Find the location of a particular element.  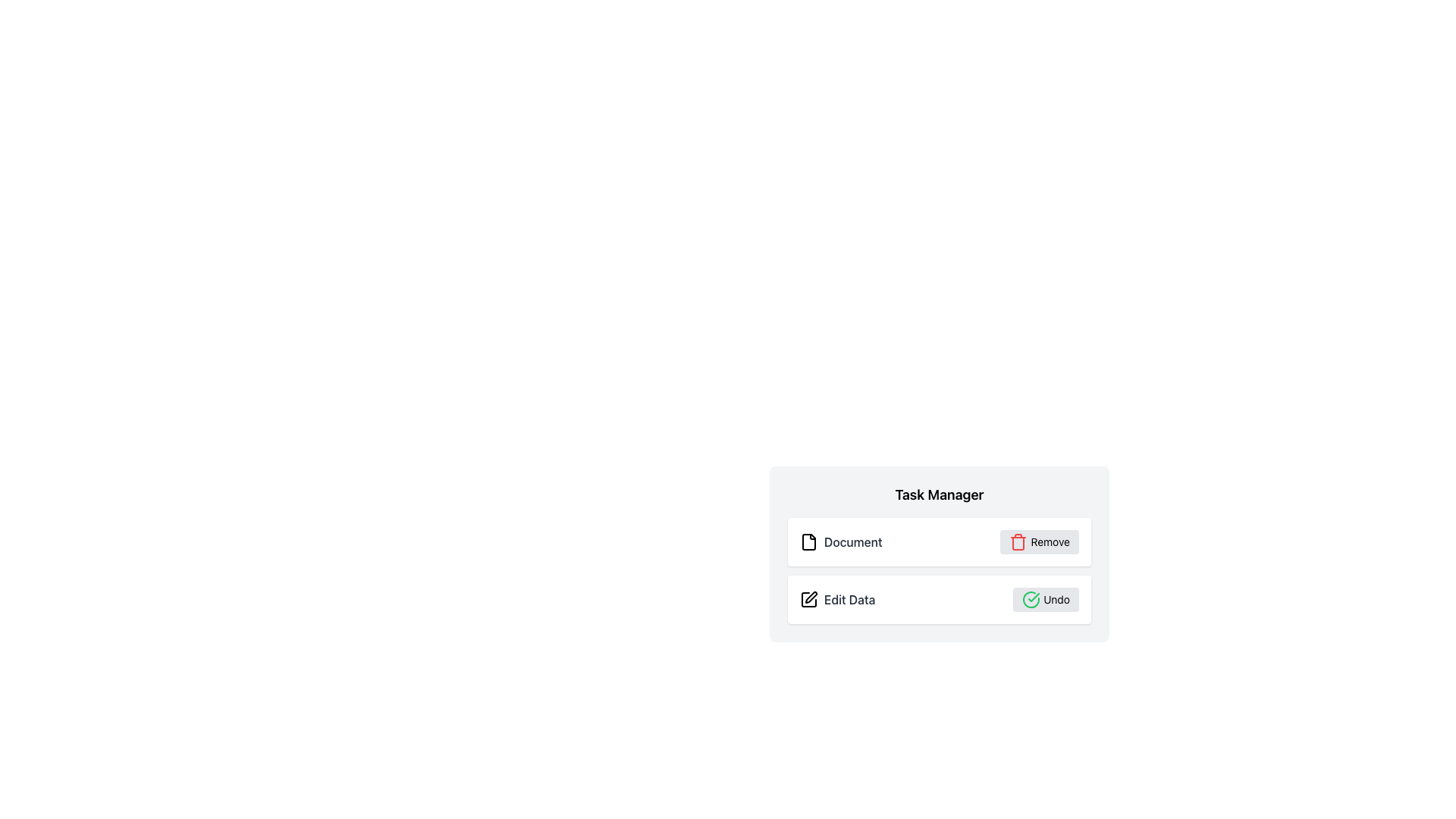

the small, red-outlined document icon located to the left of the 'Document' label in the 'Task Manager' section is located at coordinates (808, 541).